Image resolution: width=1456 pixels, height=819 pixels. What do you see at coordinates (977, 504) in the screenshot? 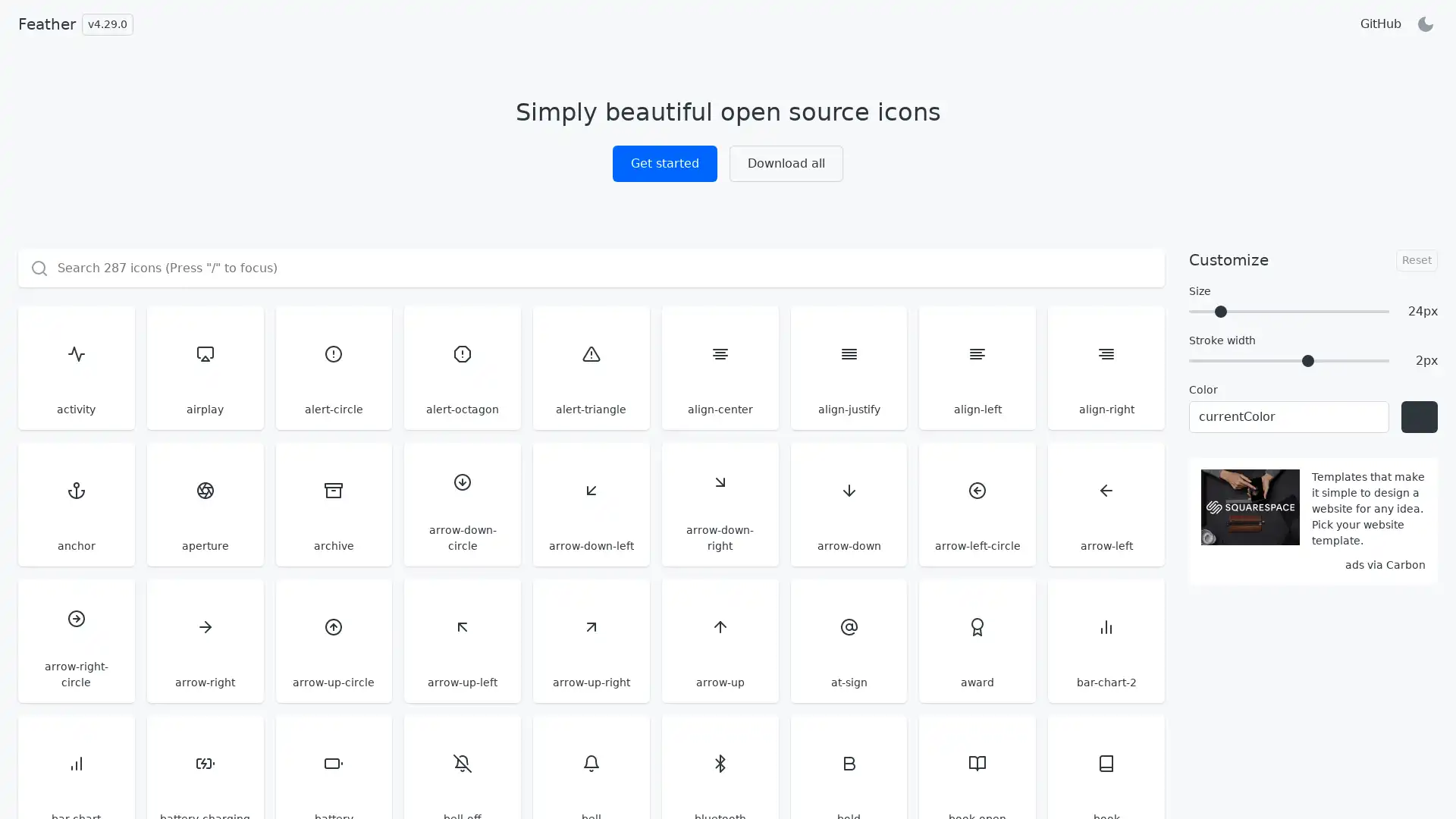
I see `arrow-left-circle` at bounding box center [977, 504].